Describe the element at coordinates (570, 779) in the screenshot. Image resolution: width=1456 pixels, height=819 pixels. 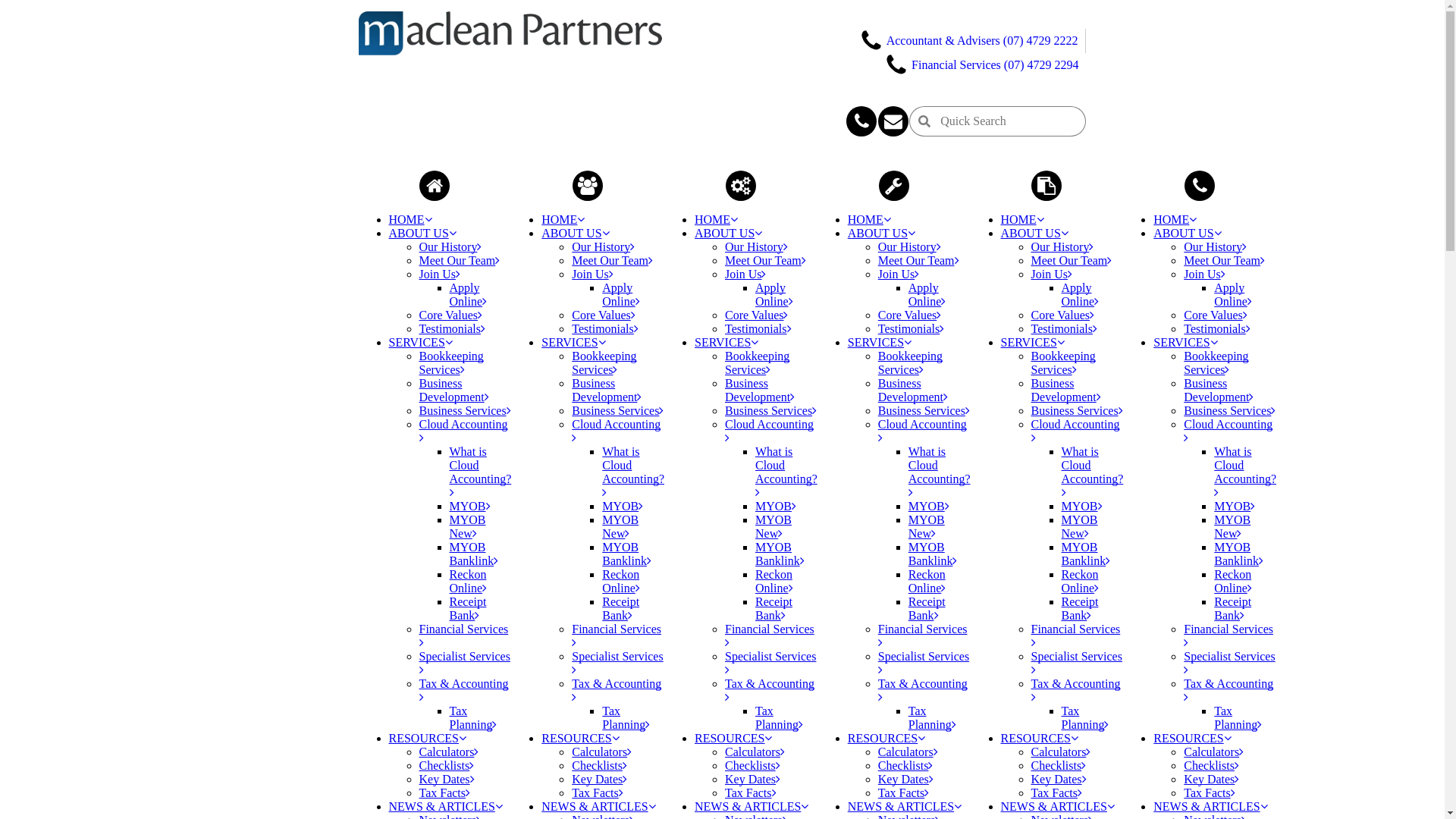
I see `'Key Dates'` at that location.